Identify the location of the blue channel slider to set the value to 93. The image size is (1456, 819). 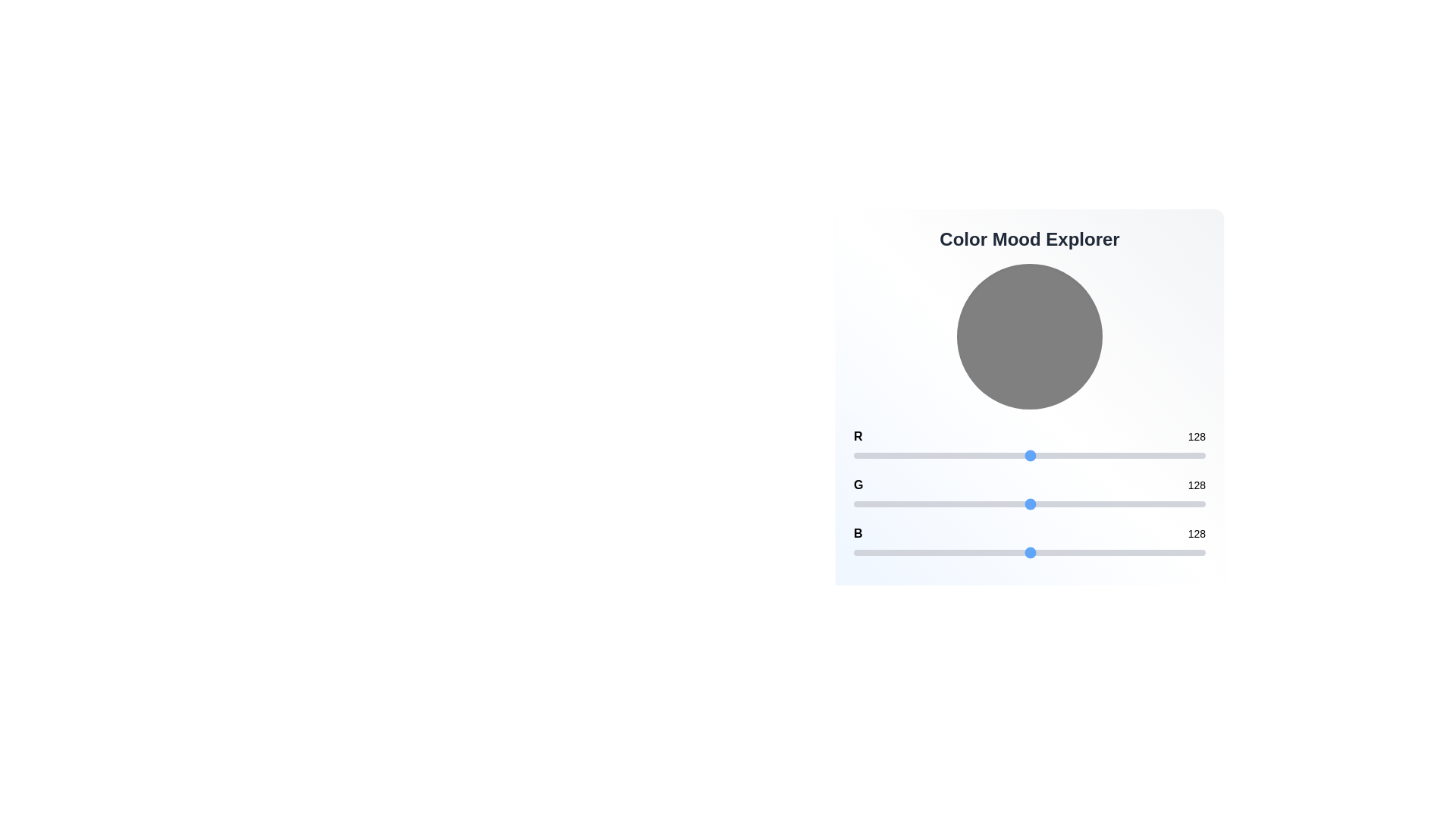
(982, 553).